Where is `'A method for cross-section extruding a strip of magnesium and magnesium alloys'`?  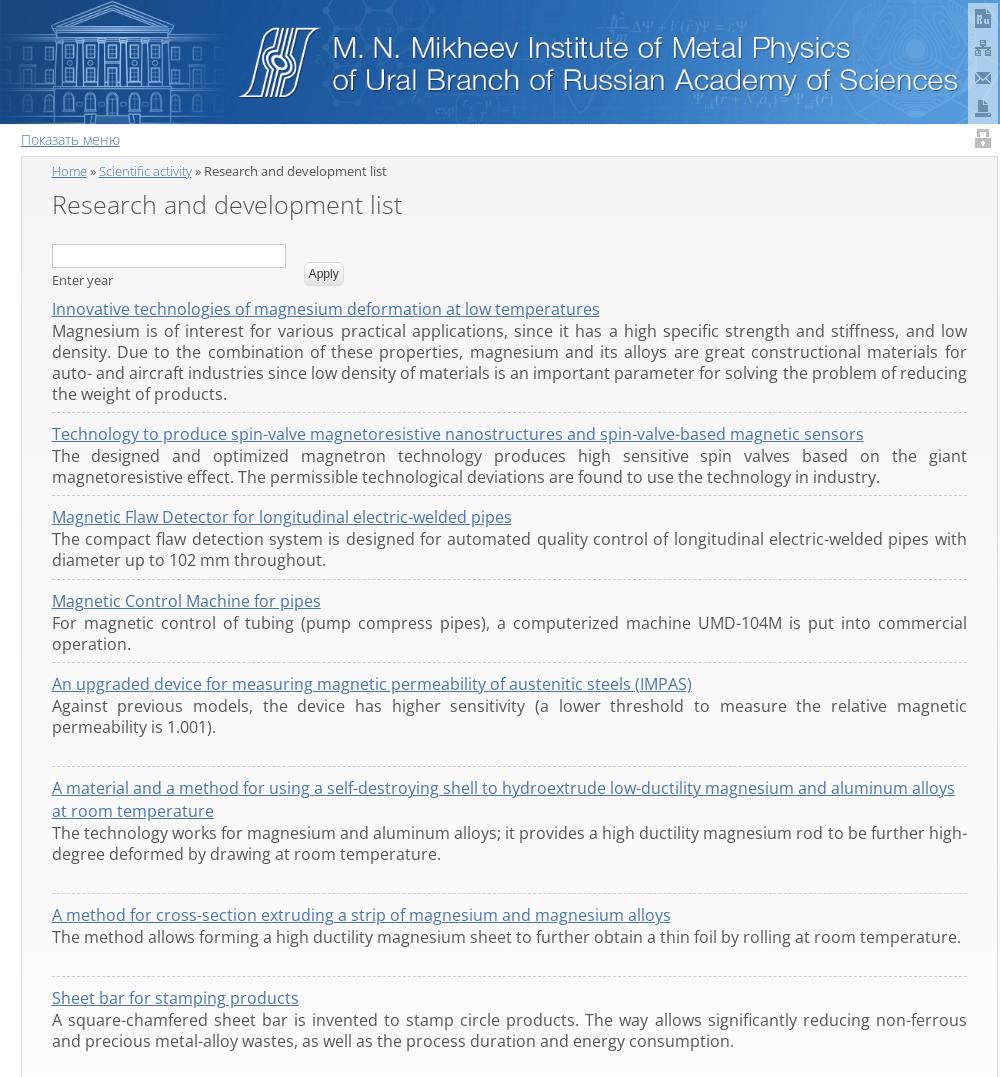 'A method for cross-section extruding a strip of magnesium and magnesium alloys' is located at coordinates (359, 914).